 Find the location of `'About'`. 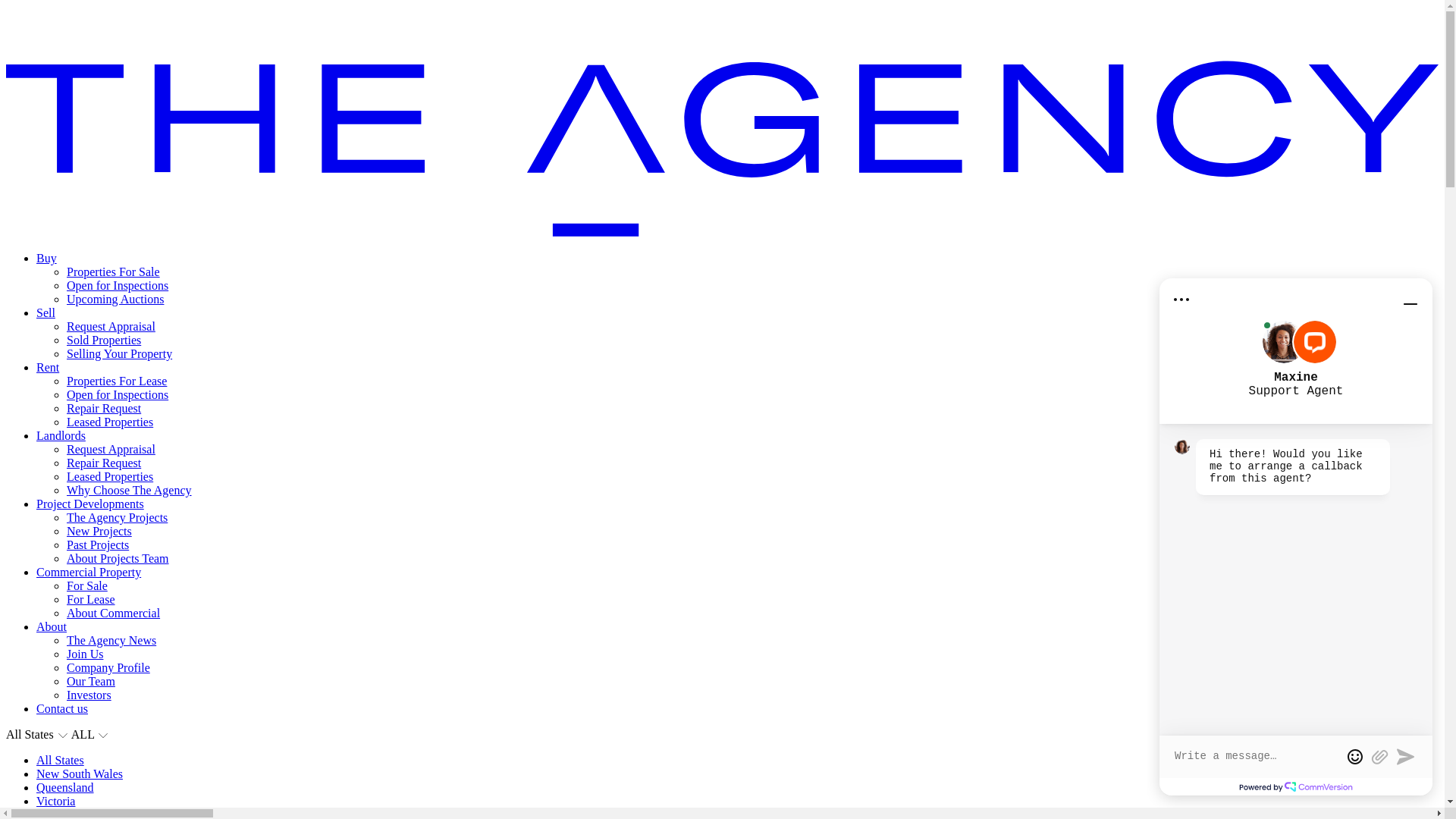

'About' is located at coordinates (51, 626).